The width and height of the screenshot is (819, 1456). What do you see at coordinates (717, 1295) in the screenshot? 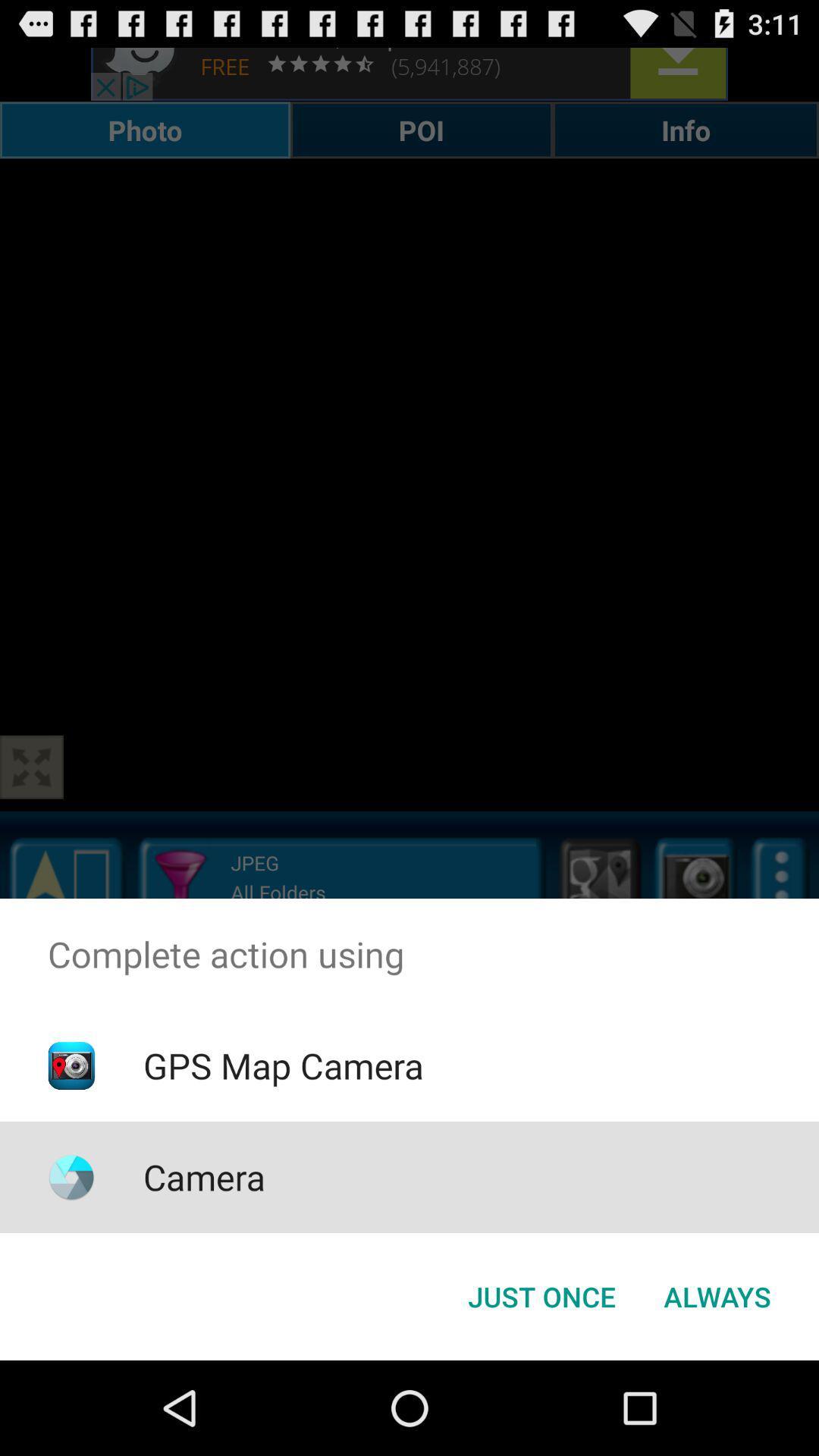
I see `always button` at bounding box center [717, 1295].